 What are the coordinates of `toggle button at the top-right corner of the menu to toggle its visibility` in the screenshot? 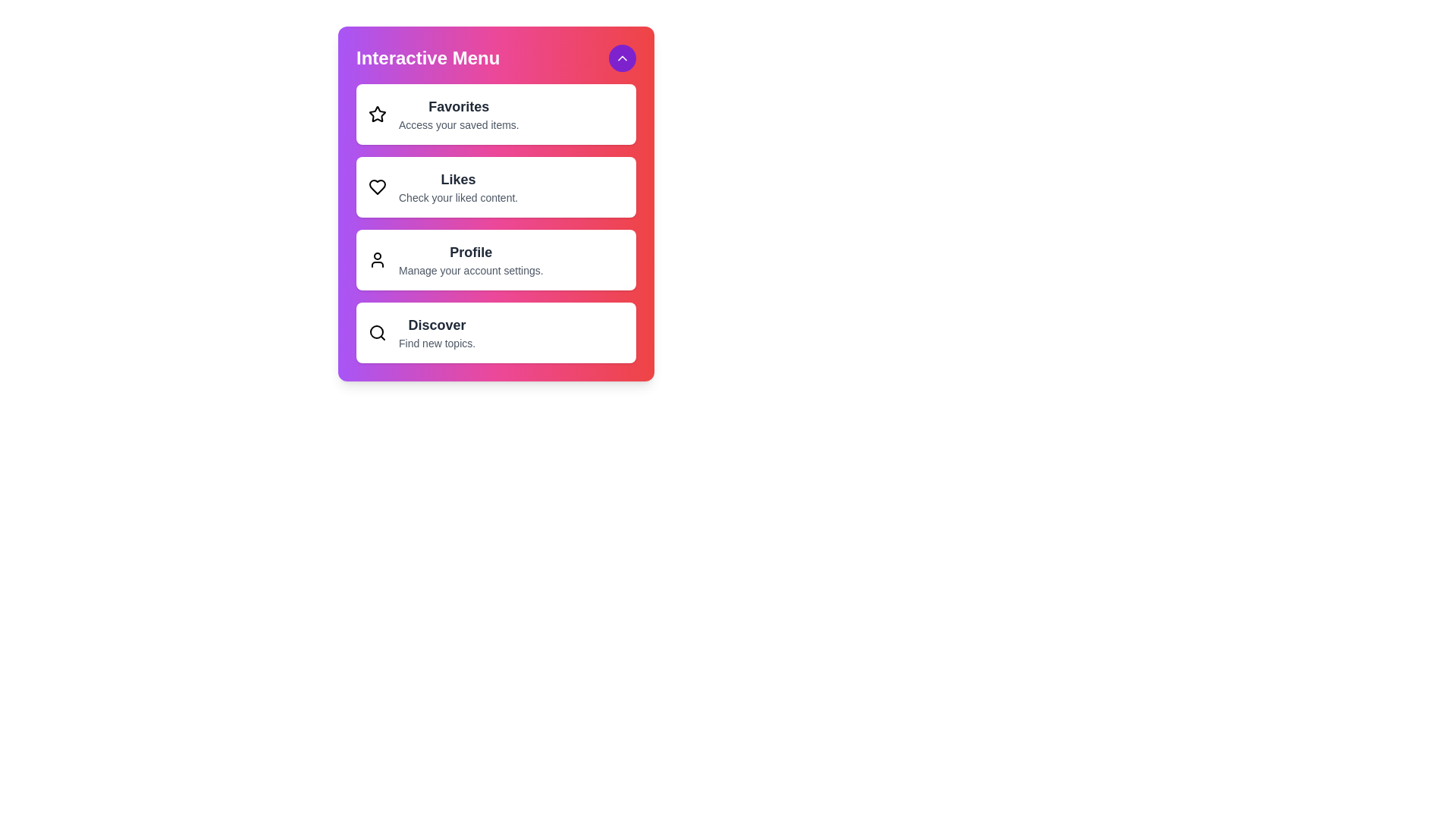 It's located at (622, 58).